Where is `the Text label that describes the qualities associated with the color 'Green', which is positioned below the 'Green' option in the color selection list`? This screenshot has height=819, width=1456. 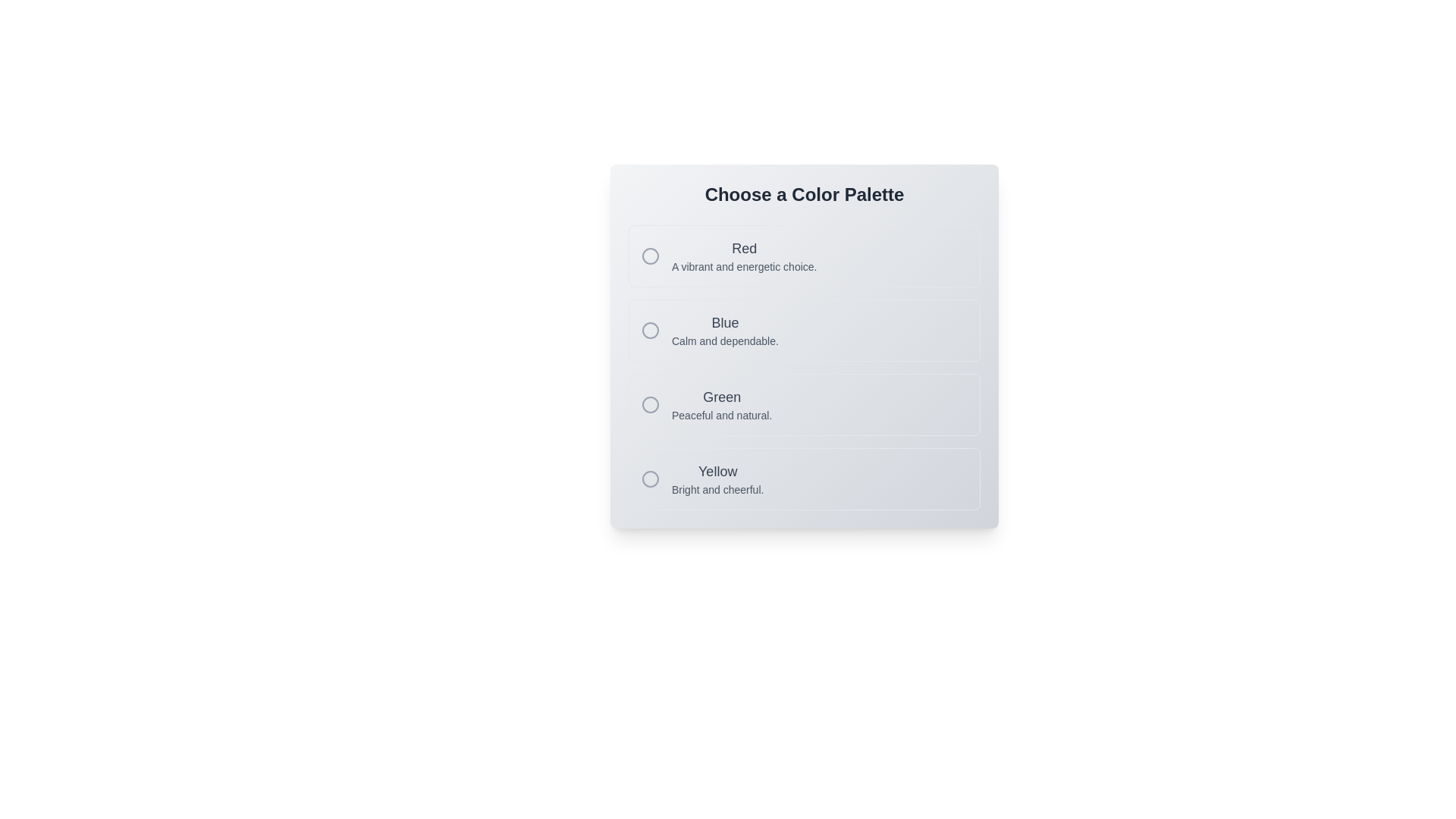
the Text label that describes the qualities associated with the color 'Green', which is positioned below the 'Green' option in the color selection list is located at coordinates (721, 415).